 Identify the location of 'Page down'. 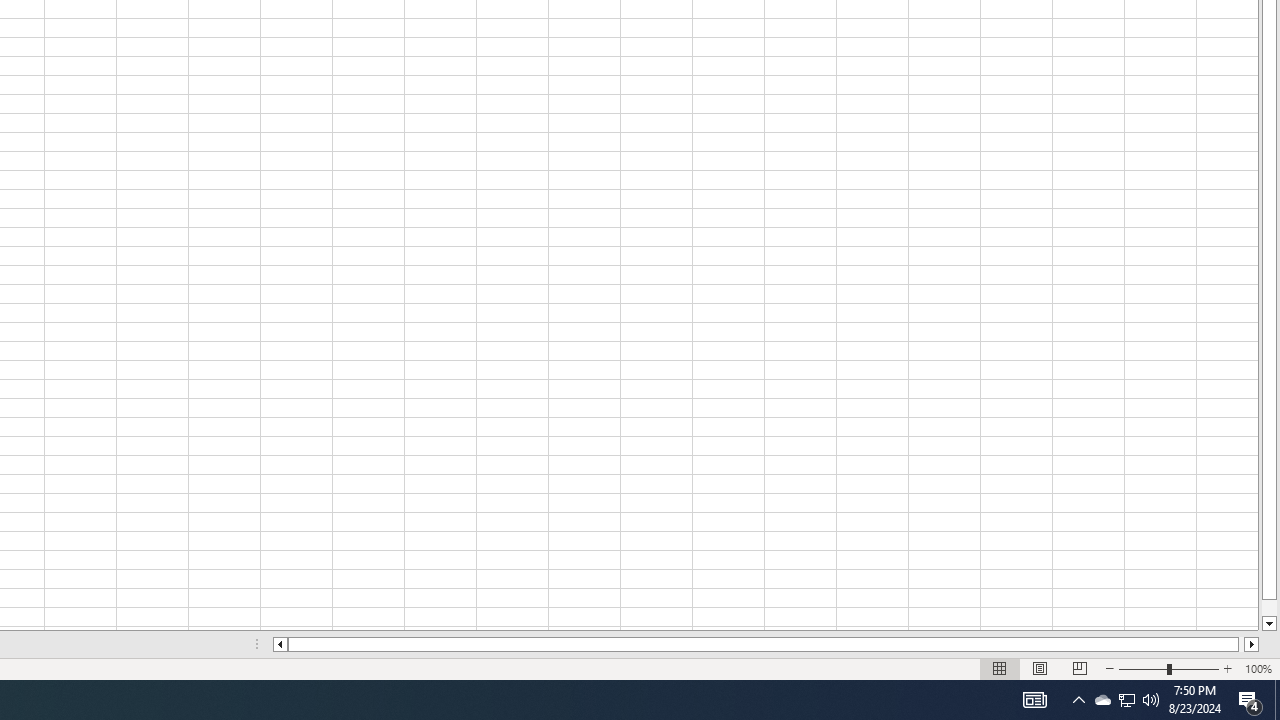
(1268, 607).